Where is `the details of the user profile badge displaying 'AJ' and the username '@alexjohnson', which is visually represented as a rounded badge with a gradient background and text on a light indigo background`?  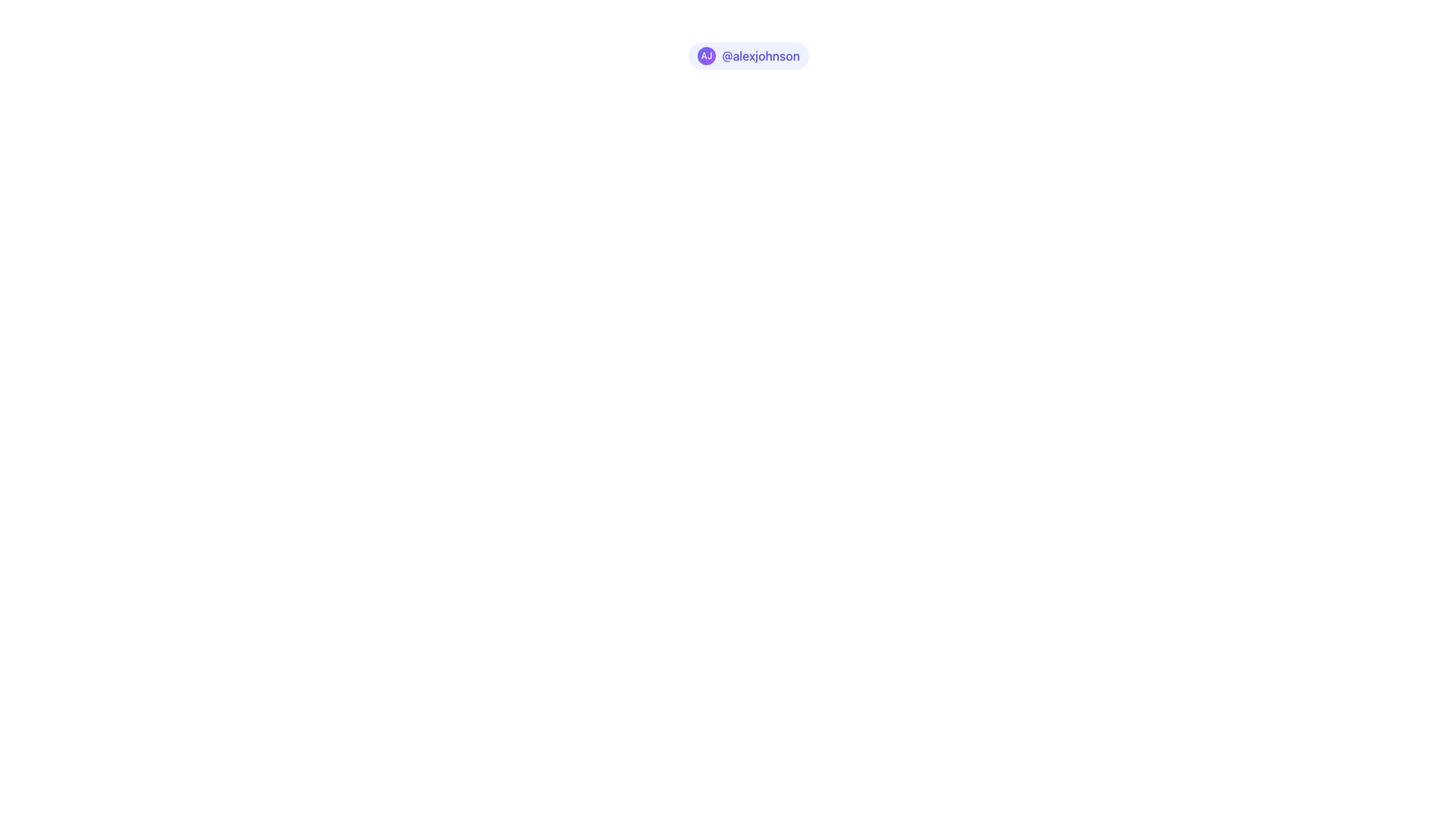
the details of the user profile badge displaying 'AJ' and the username '@alexjohnson', which is visually represented as a rounded badge with a gradient background and text on a light indigo background is located at coordinates (748, 55).